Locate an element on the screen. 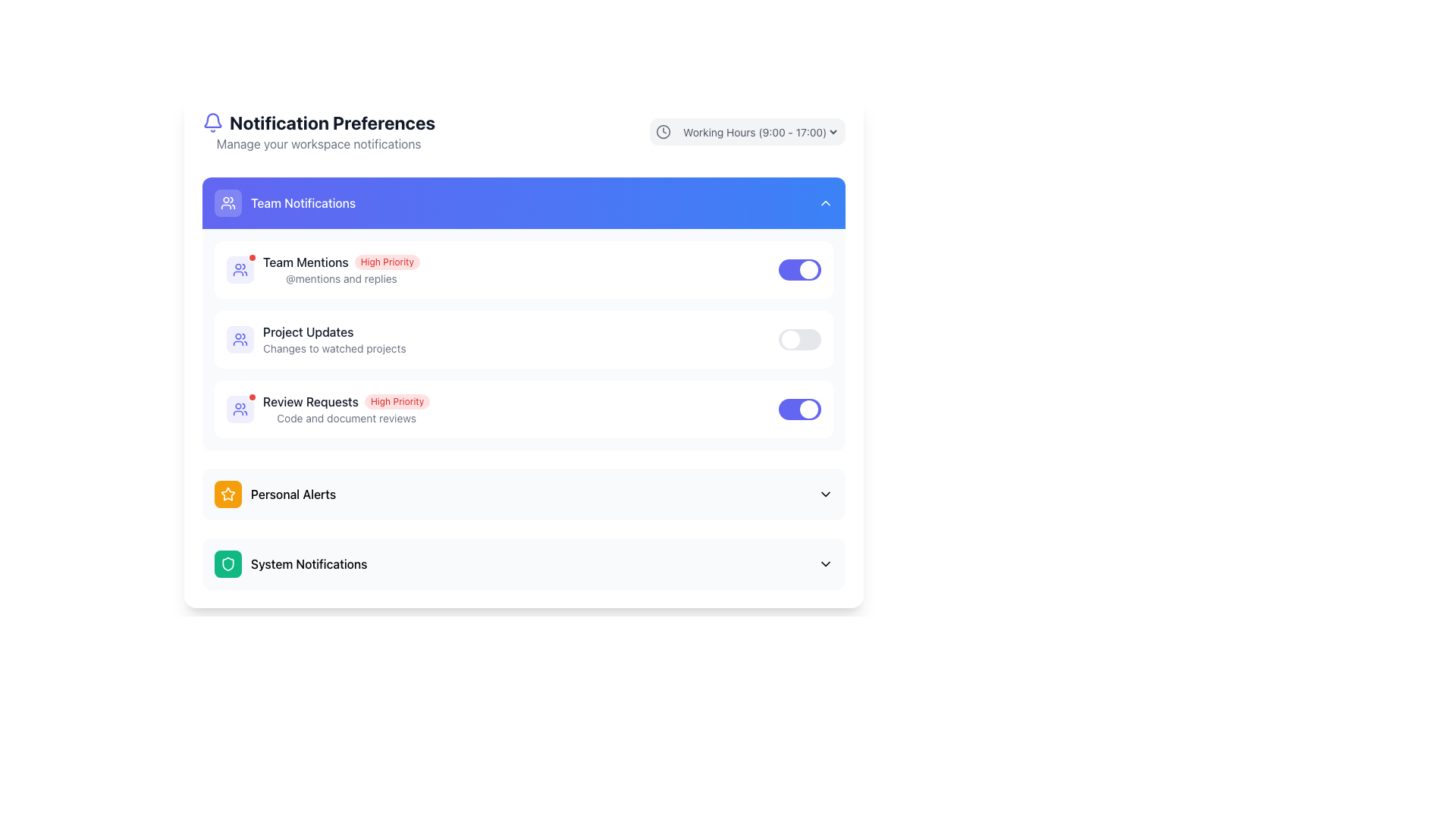 This screenshot has width=1456, height=819. 'Personal Alerts' text label located in the lower middle part of the interface under 'Team Notifications', which is styled with a medium font weight and is part of a horizontal layout with an amber-colored rounded rectangle and a white star icon to the left is located at coordinates (293, 494).